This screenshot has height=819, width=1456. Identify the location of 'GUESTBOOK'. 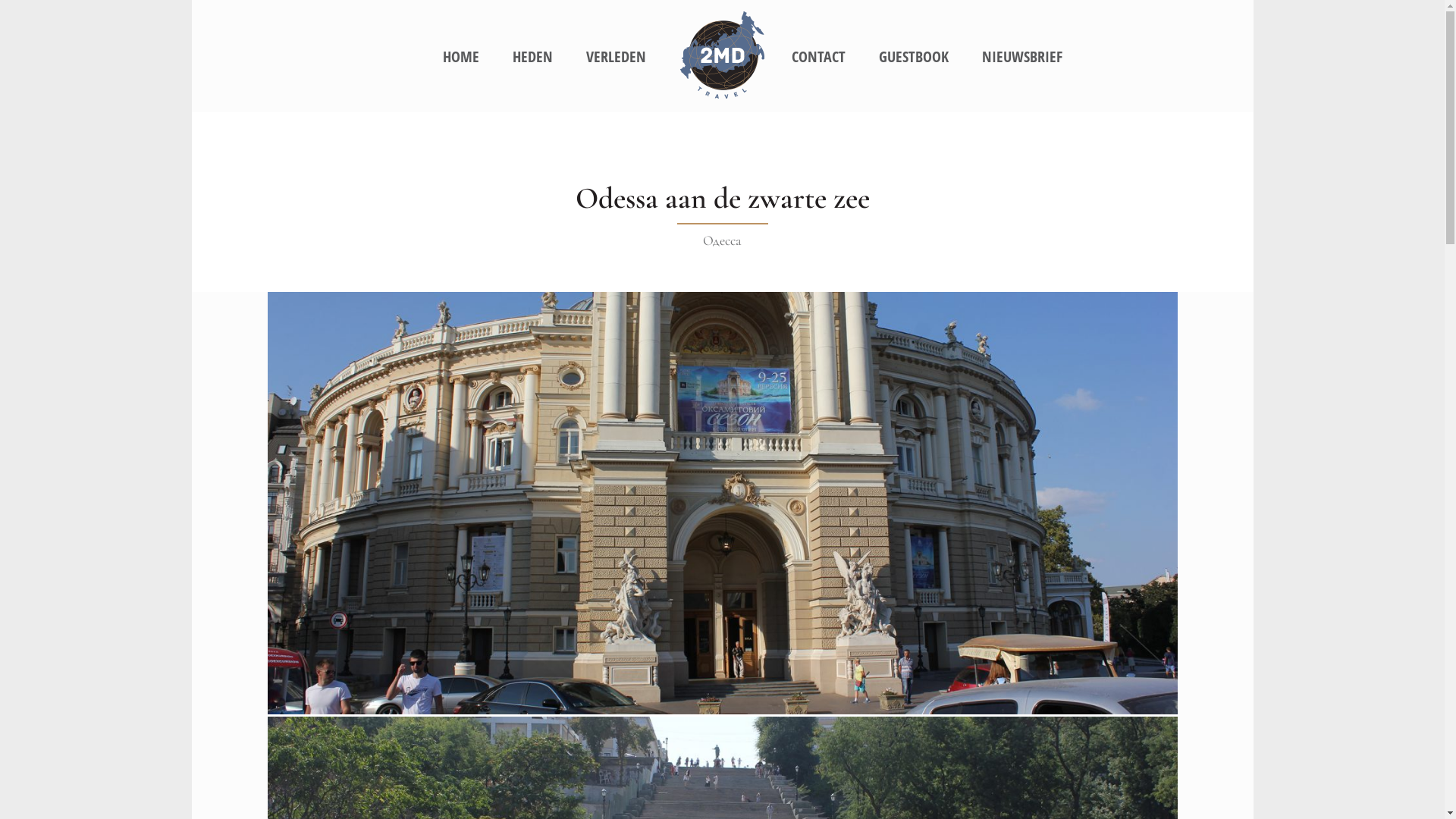
(912, 56).